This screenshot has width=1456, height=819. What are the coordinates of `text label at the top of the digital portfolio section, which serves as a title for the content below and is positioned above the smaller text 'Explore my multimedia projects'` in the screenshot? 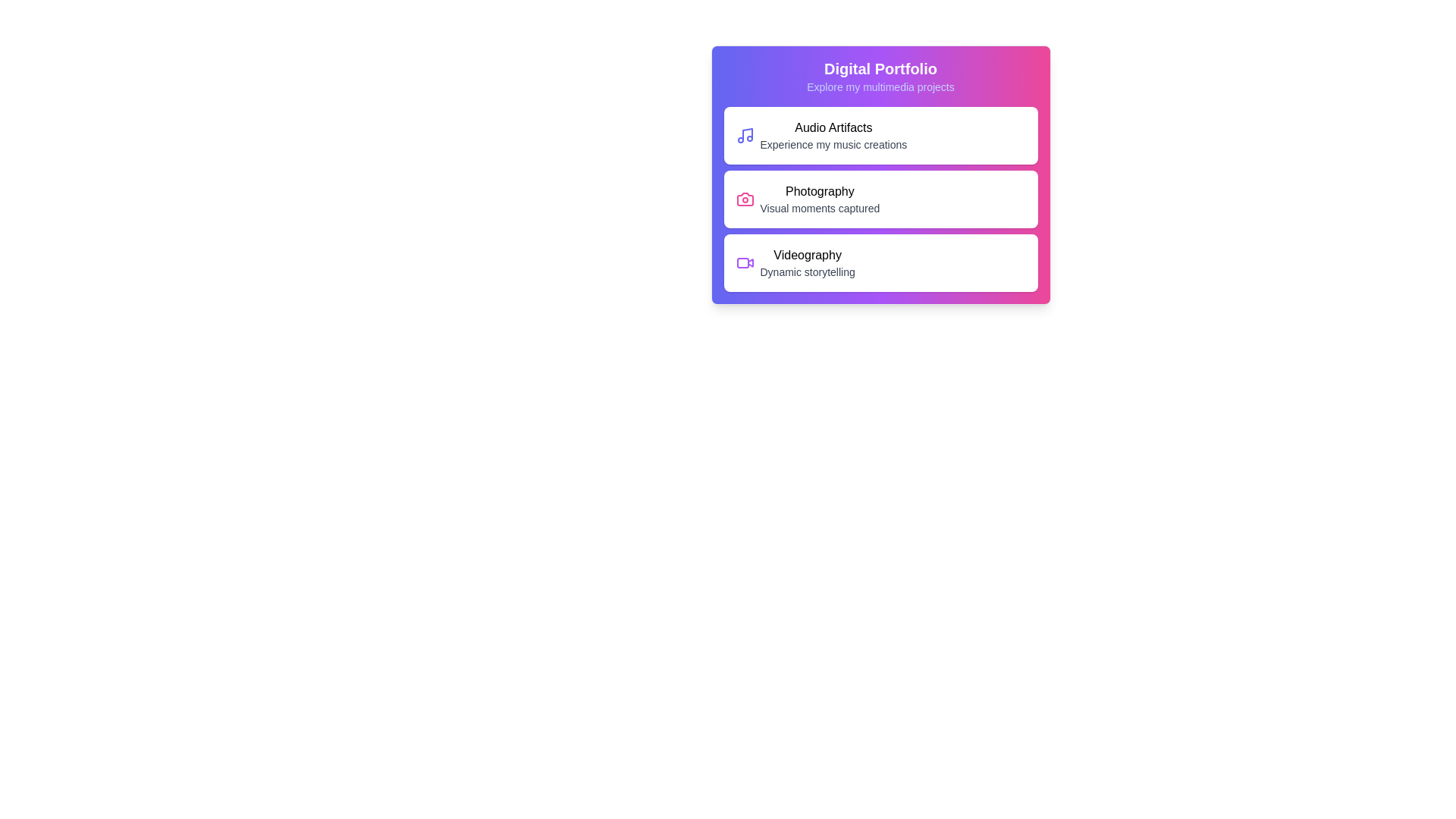 It's located at (880, 69).